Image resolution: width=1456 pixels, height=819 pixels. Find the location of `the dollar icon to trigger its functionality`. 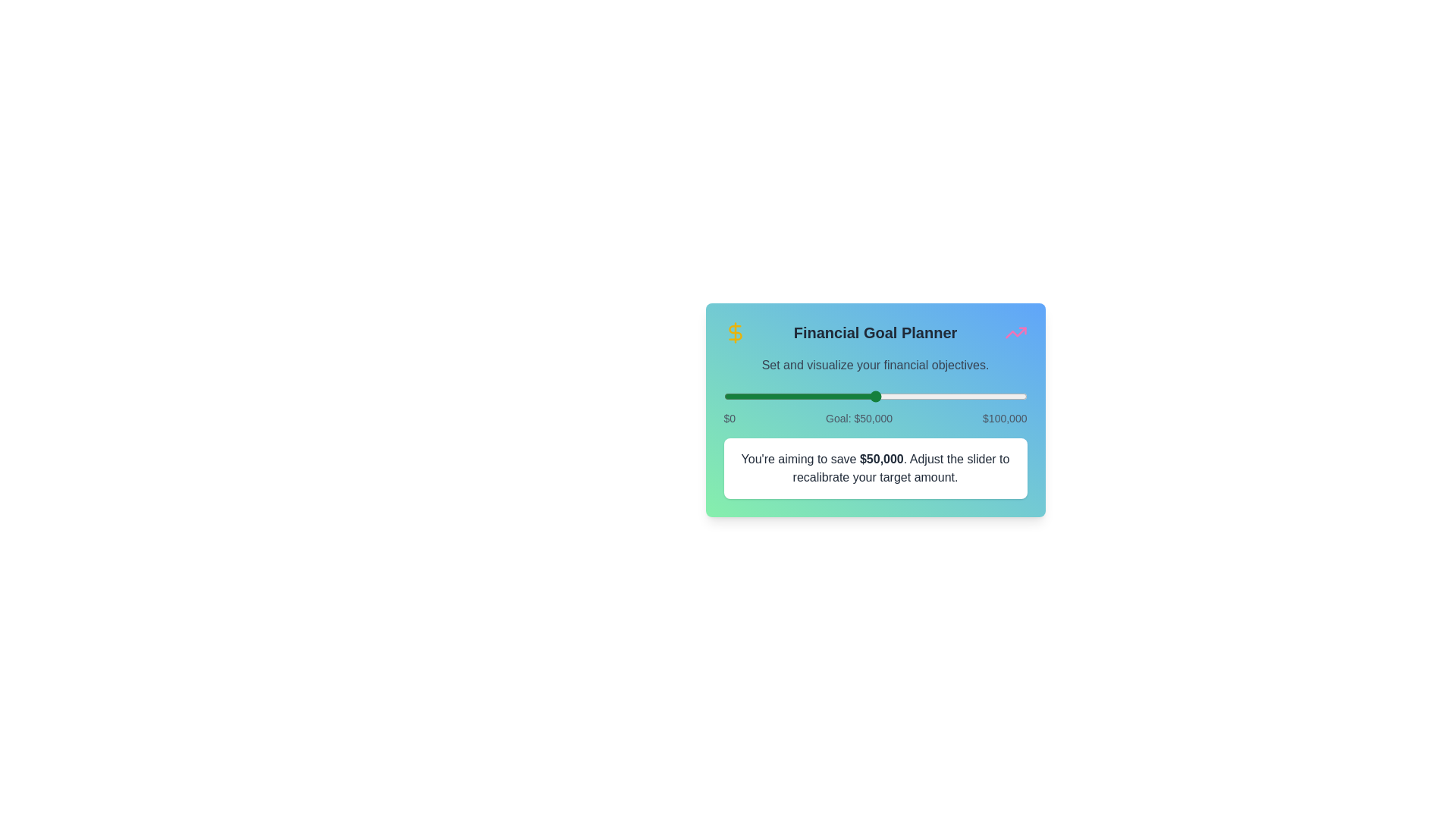

the dollar icon to trigger its functionality is located at coordinates (735, 332).